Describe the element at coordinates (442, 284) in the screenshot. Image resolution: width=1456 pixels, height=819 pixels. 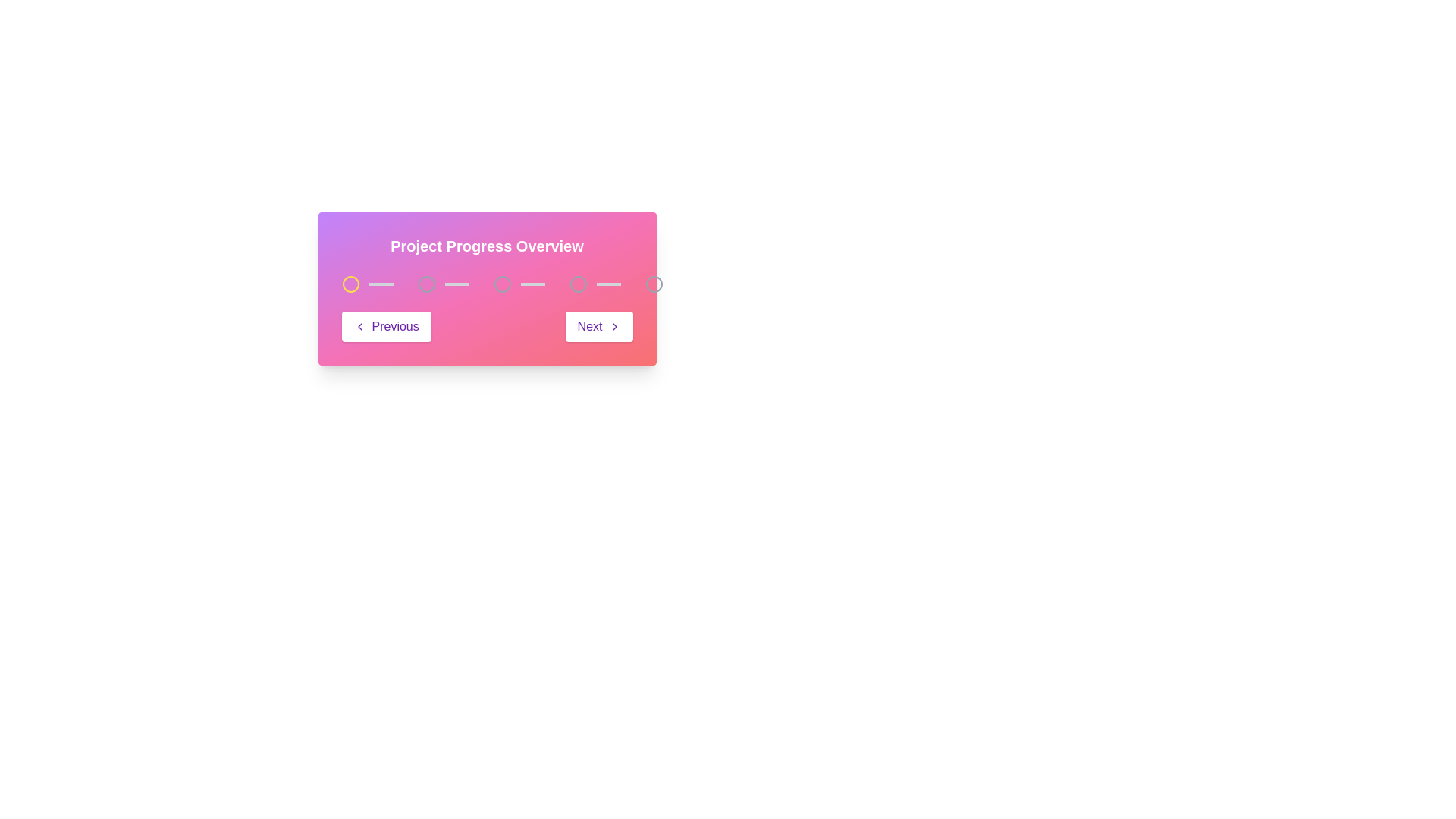
I see `the progress bar segment, which is the second in a sequence of similar components within the 'Project Progress Overview' section, visually represented by a light gray filled rectangular shape adjacent to a circular outline icon` at that location.